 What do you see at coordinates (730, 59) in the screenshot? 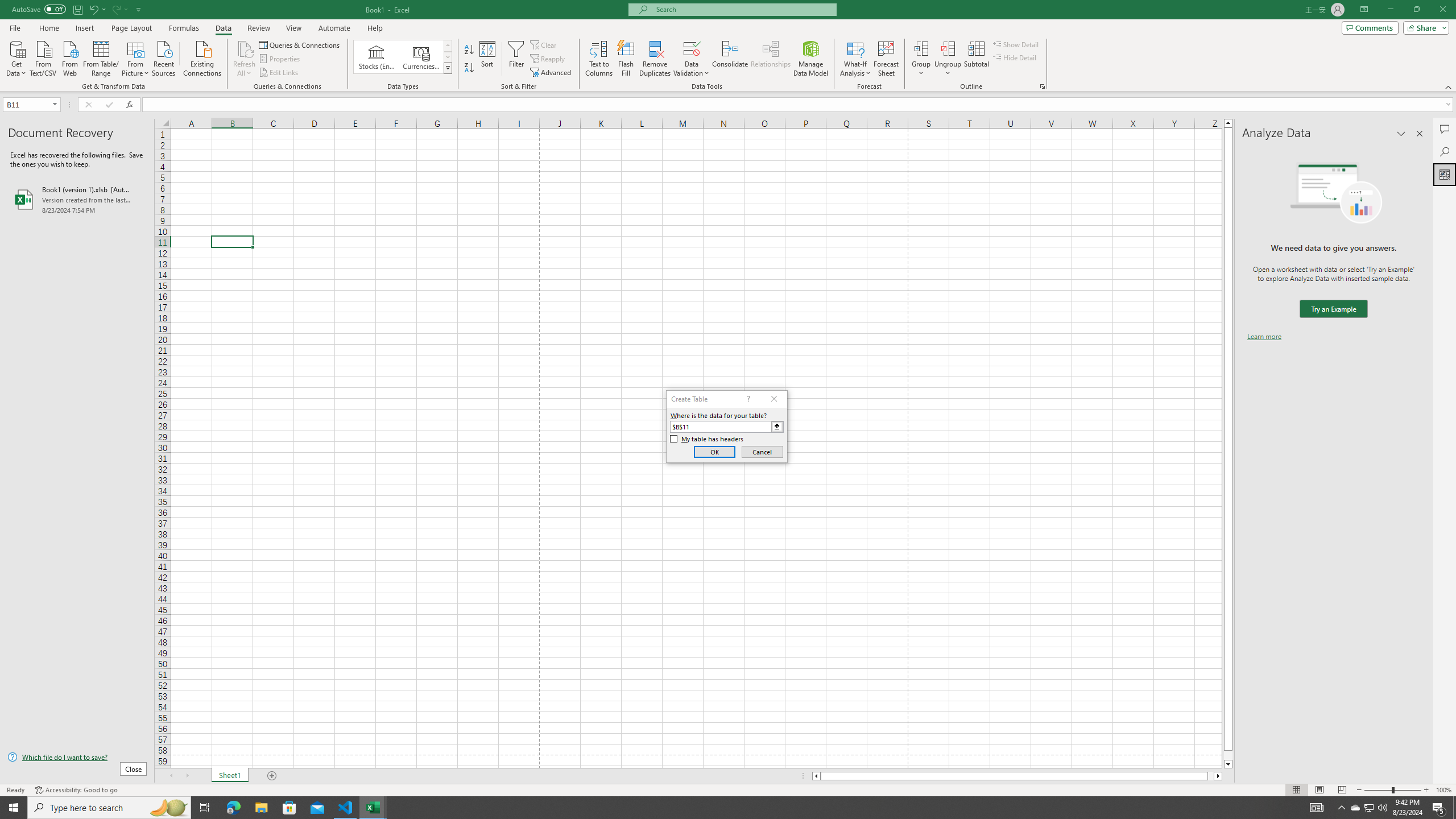
I see `'Consolidate...'` at bounding box center [730, 59].